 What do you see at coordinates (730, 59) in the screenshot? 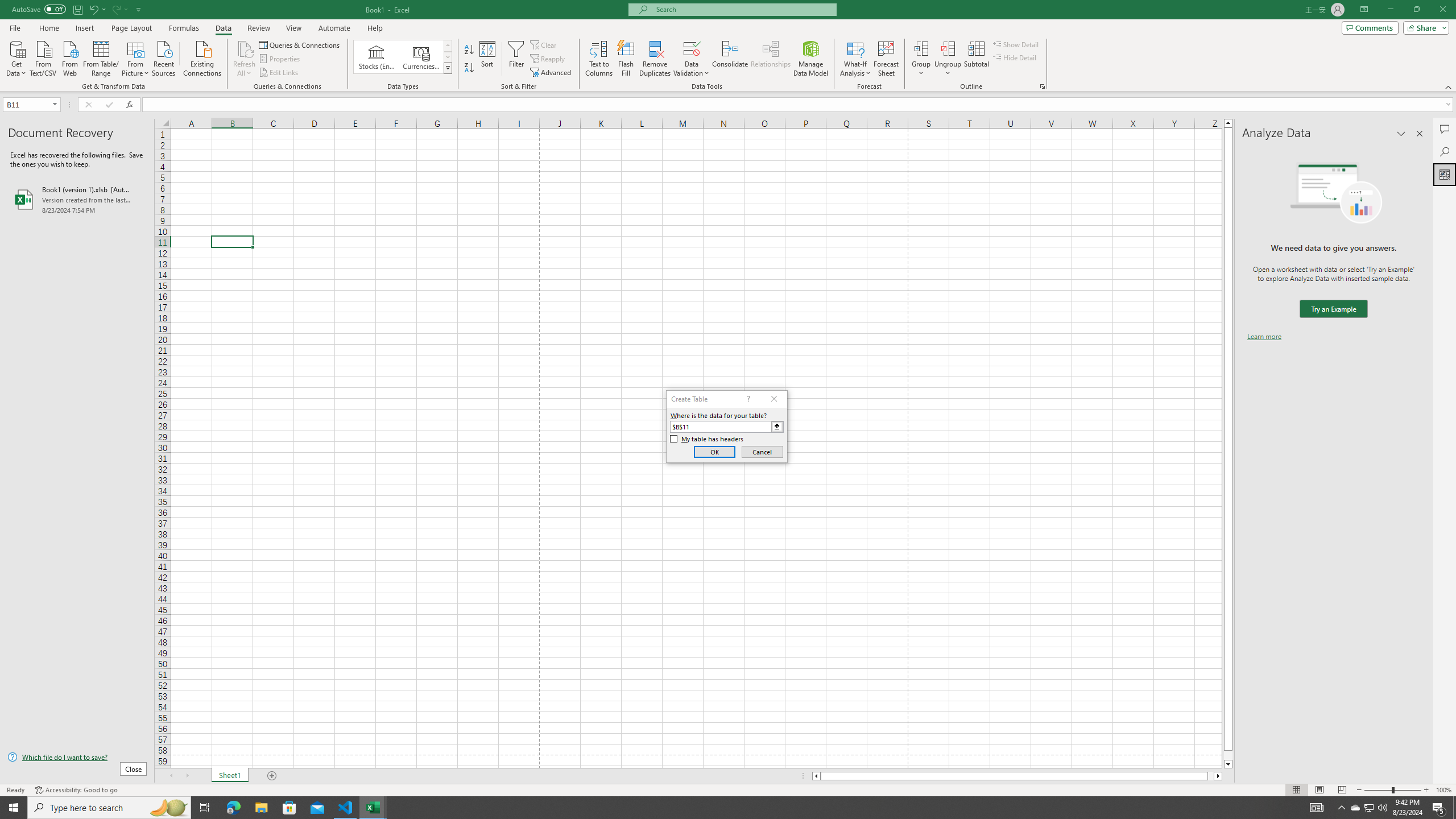
I see `'Consolidate...'` at bounding box center [730, 59].